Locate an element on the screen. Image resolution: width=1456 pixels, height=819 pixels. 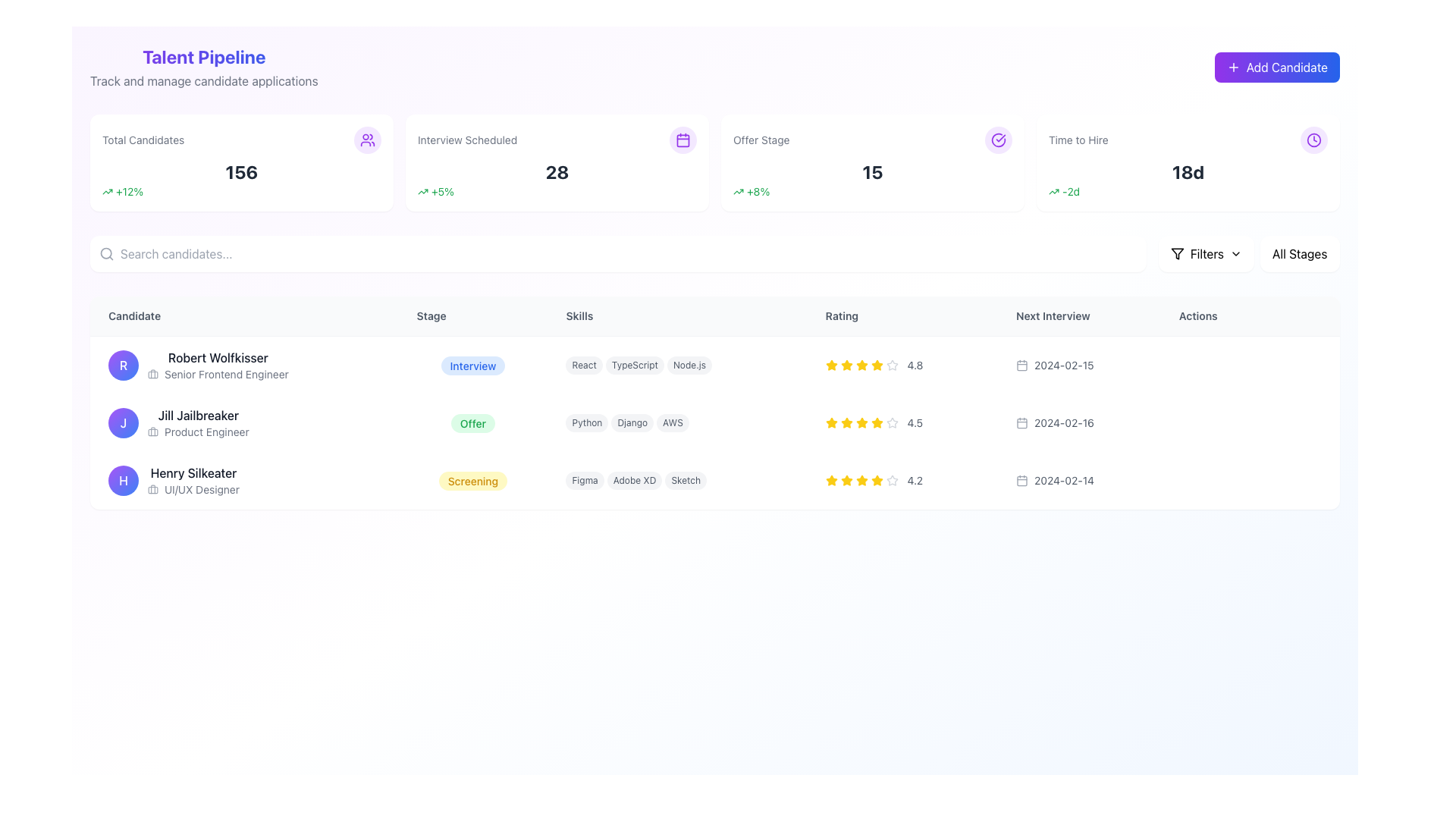
date displayed in the 'Next Interview' column for the candidate 'Henry Silkeater', which shows '2024-02-14' accompanied by a calendar icon is located at coordinates (1078, 480).